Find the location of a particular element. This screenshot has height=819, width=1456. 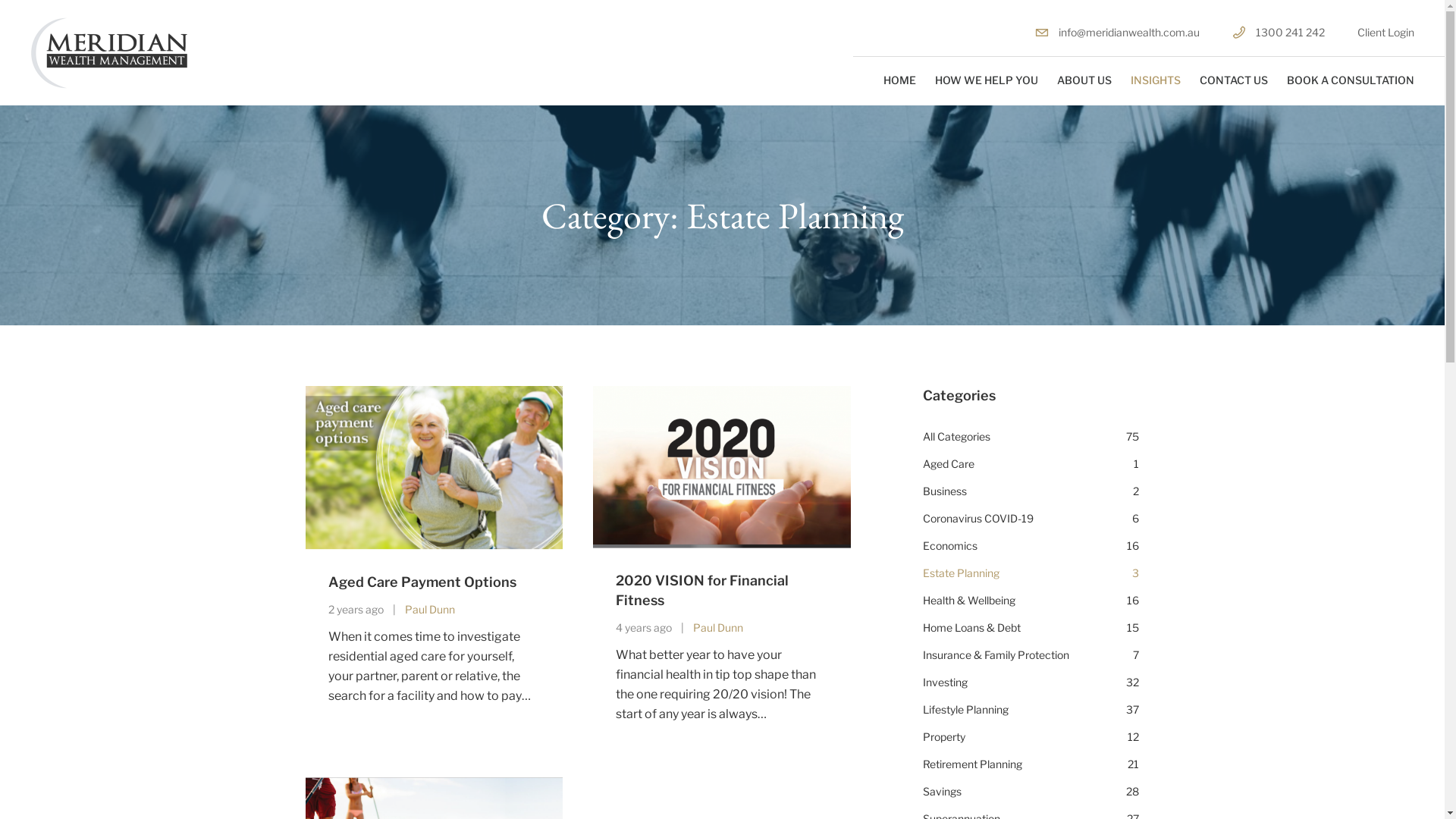

'Estate Planning is located at coordinates (922, 573).